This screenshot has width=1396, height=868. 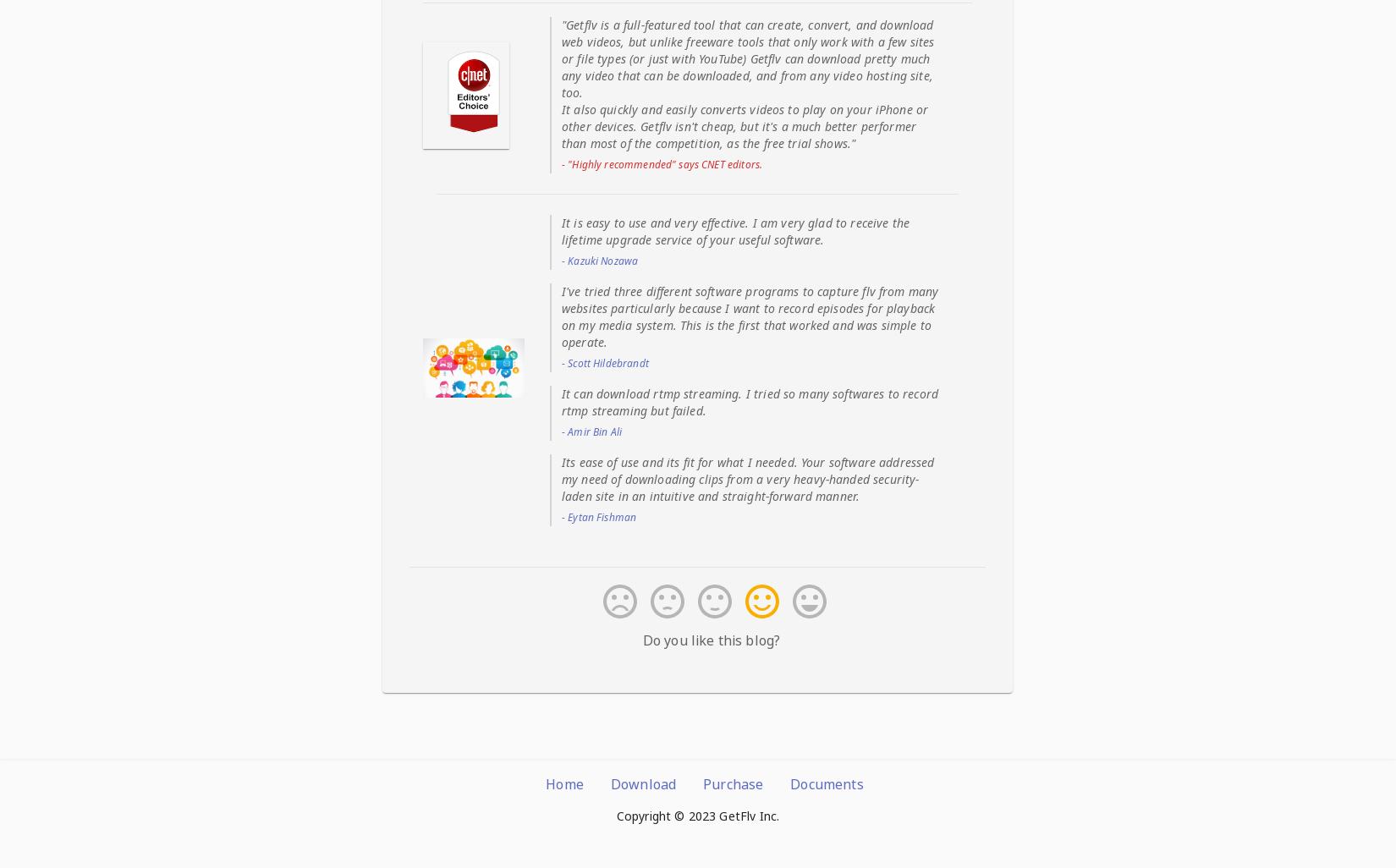 I want to click on 'Copyright ©', so click(x=651, y=815).